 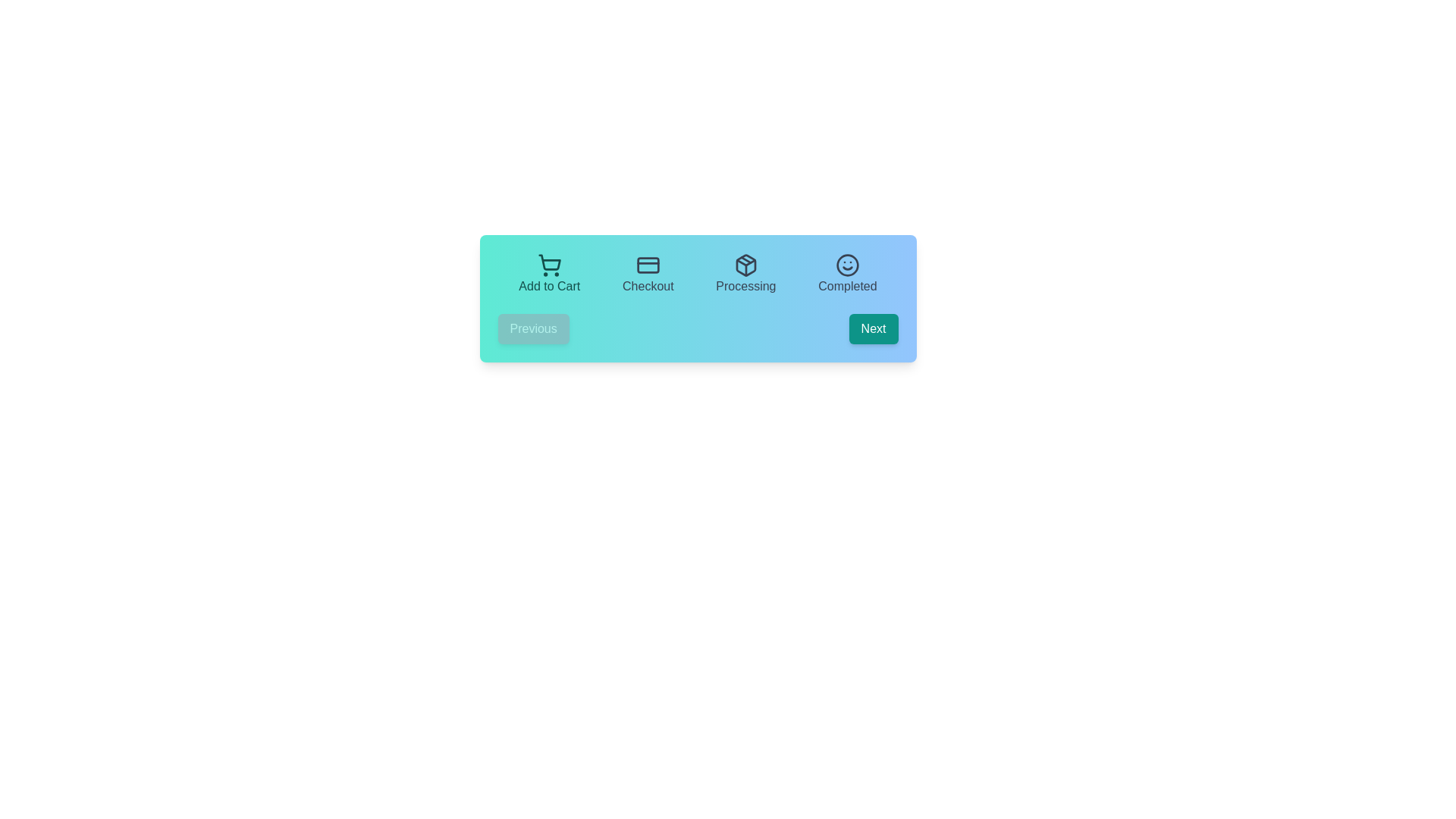 I want to click on the step labeled Processing to focus on it, so click(x=745, y=275).